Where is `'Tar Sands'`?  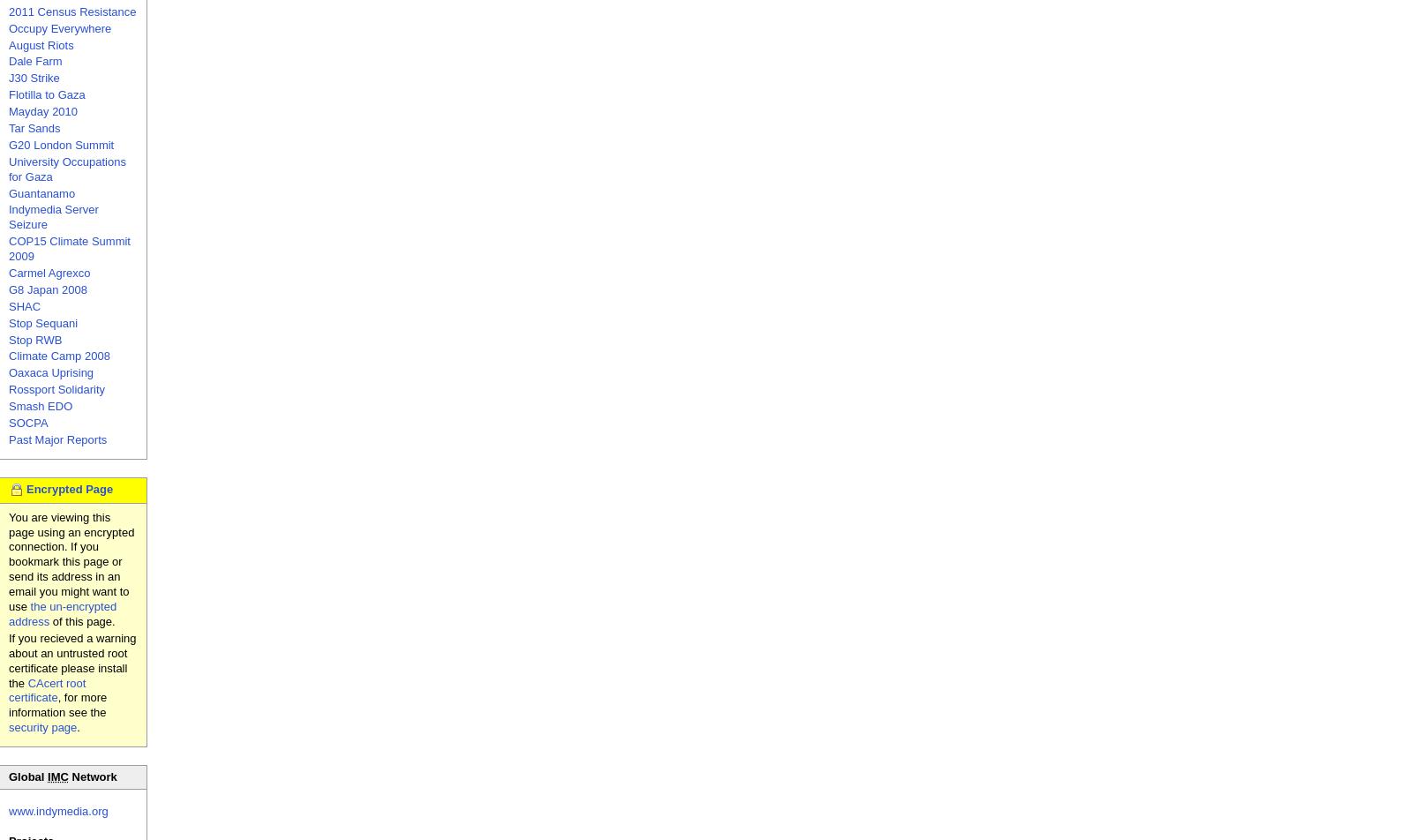
'Tar Sands' is located at coordinates (8, 128).